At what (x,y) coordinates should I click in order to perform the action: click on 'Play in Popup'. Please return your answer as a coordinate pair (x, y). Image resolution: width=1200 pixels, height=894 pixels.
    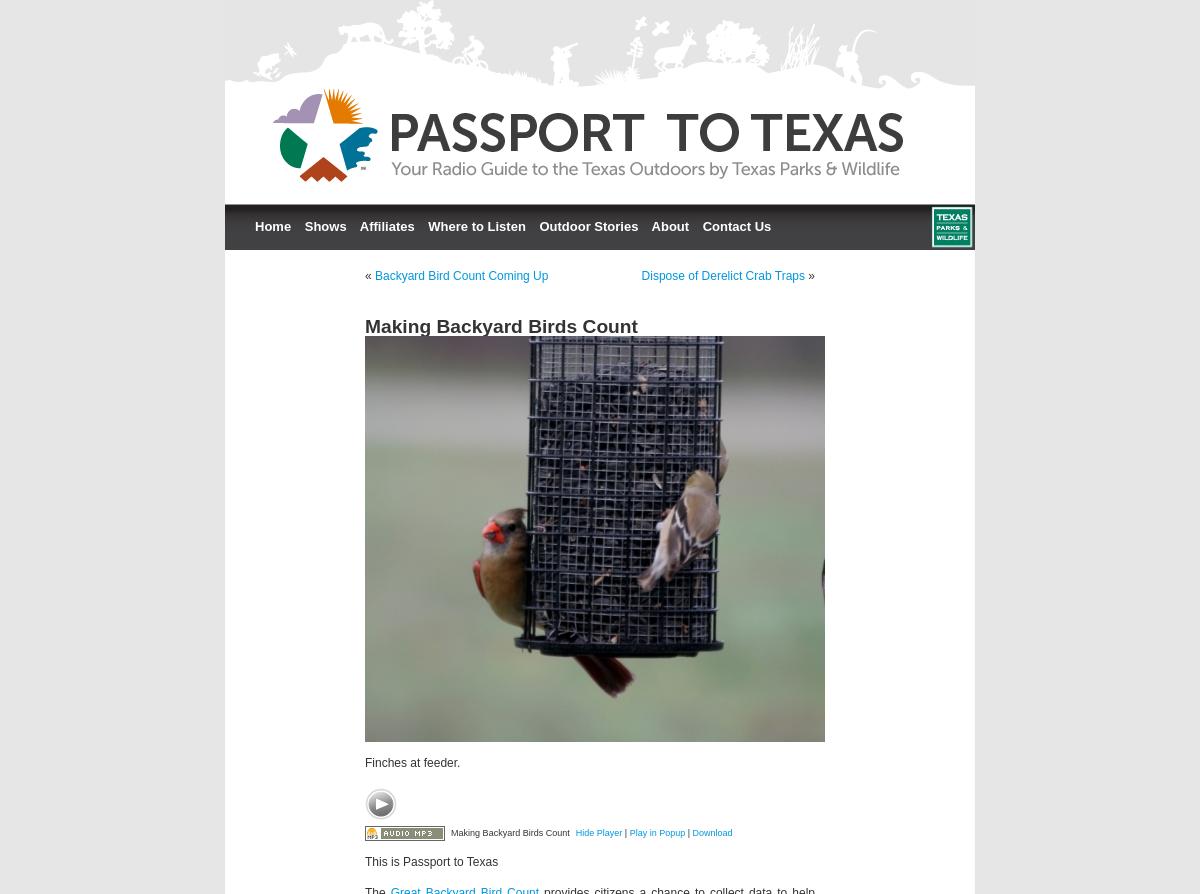
    Looking at the image, I should click on (629, 830).